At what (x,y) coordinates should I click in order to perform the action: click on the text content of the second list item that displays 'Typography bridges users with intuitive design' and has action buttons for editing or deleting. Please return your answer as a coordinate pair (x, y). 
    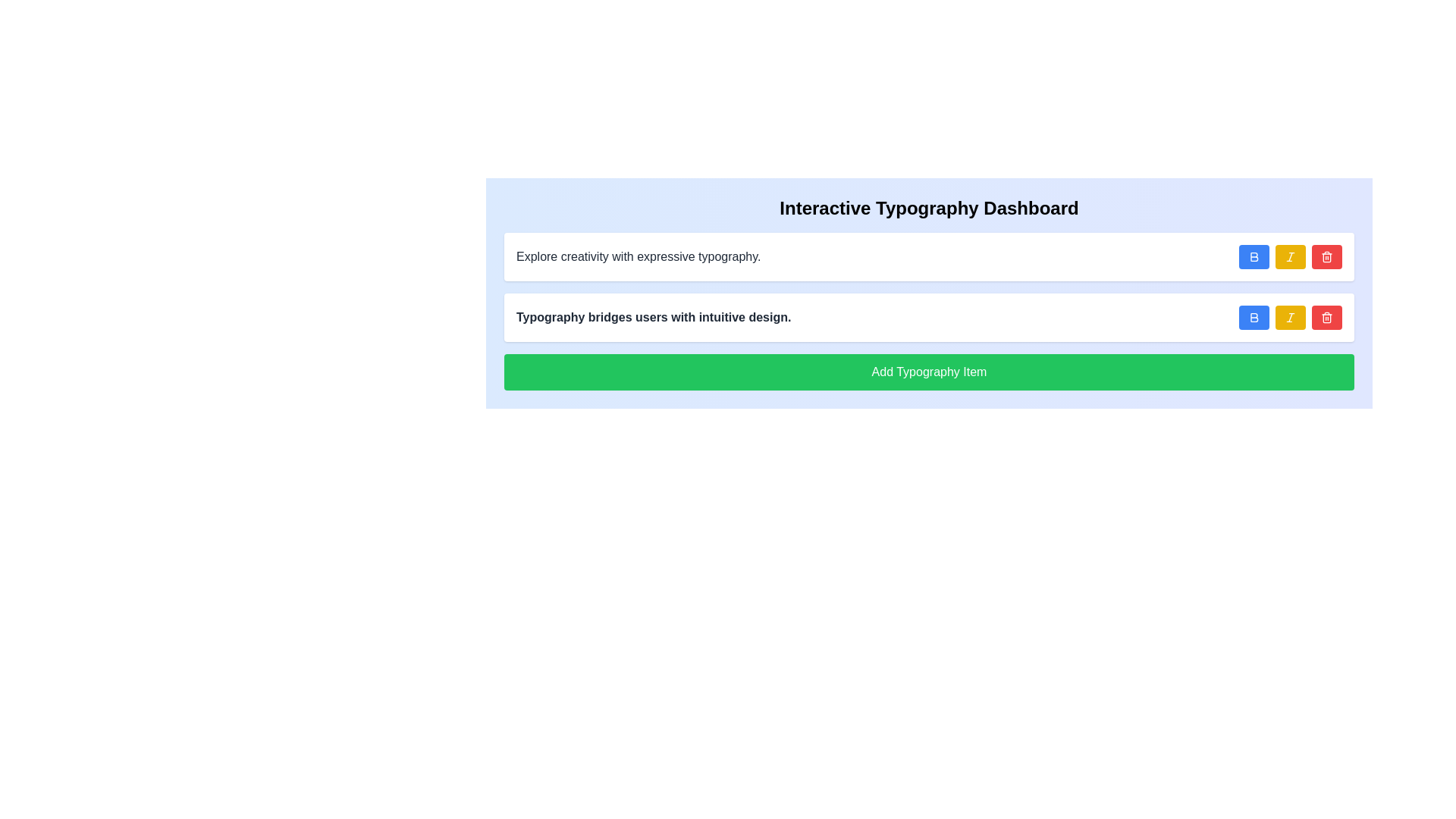
    Looking at the image, I should click on (928, 317).